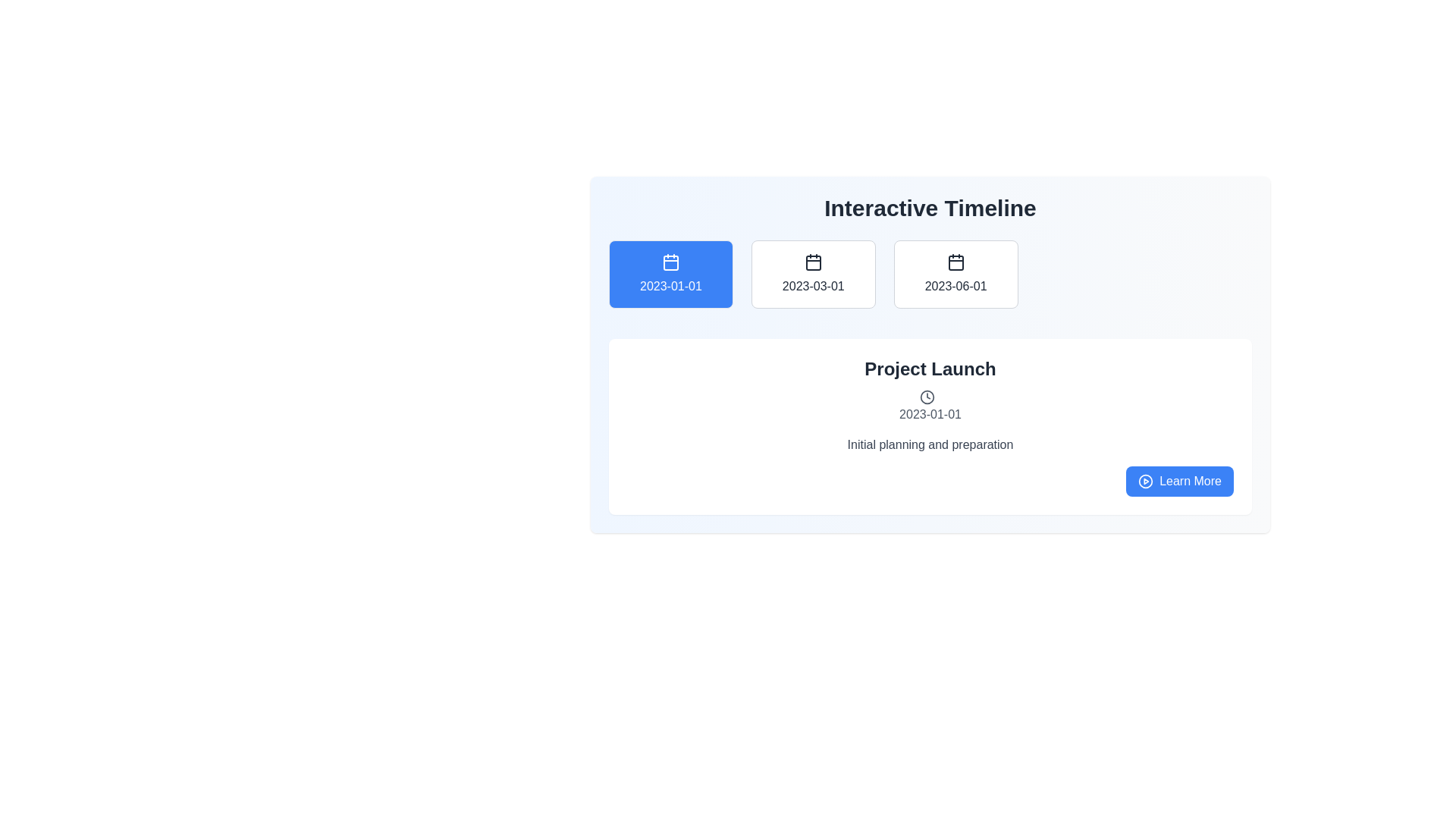 This screenshot has width=1456, height=819. I want to click on the SVG circle element that is part of the clock icon, which signifies time or schedules, located near the 'Project Launch 2023-01-01' text, so click(927, 396).